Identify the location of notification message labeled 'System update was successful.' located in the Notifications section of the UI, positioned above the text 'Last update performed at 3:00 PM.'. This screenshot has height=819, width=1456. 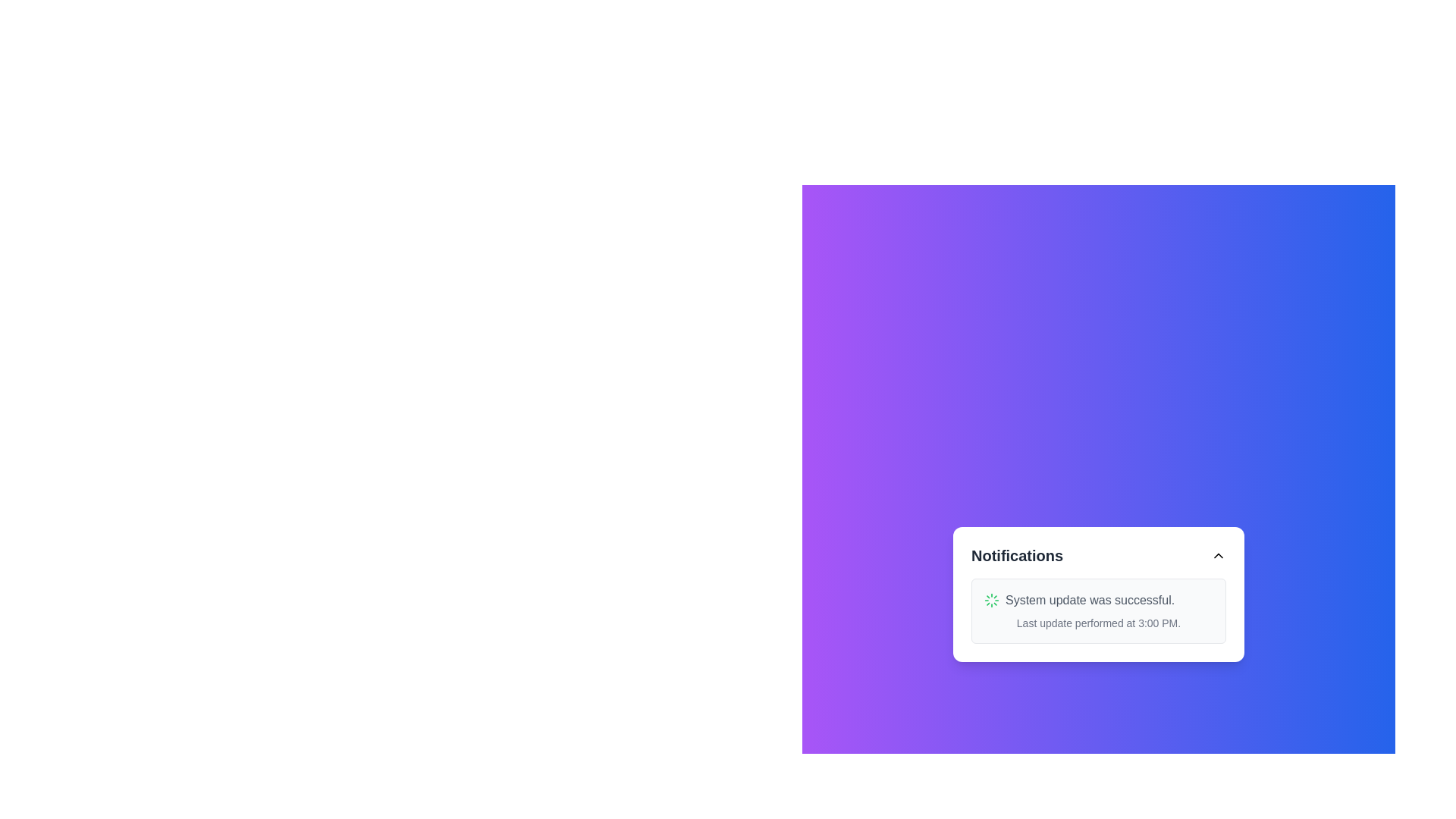
(1089, 599).